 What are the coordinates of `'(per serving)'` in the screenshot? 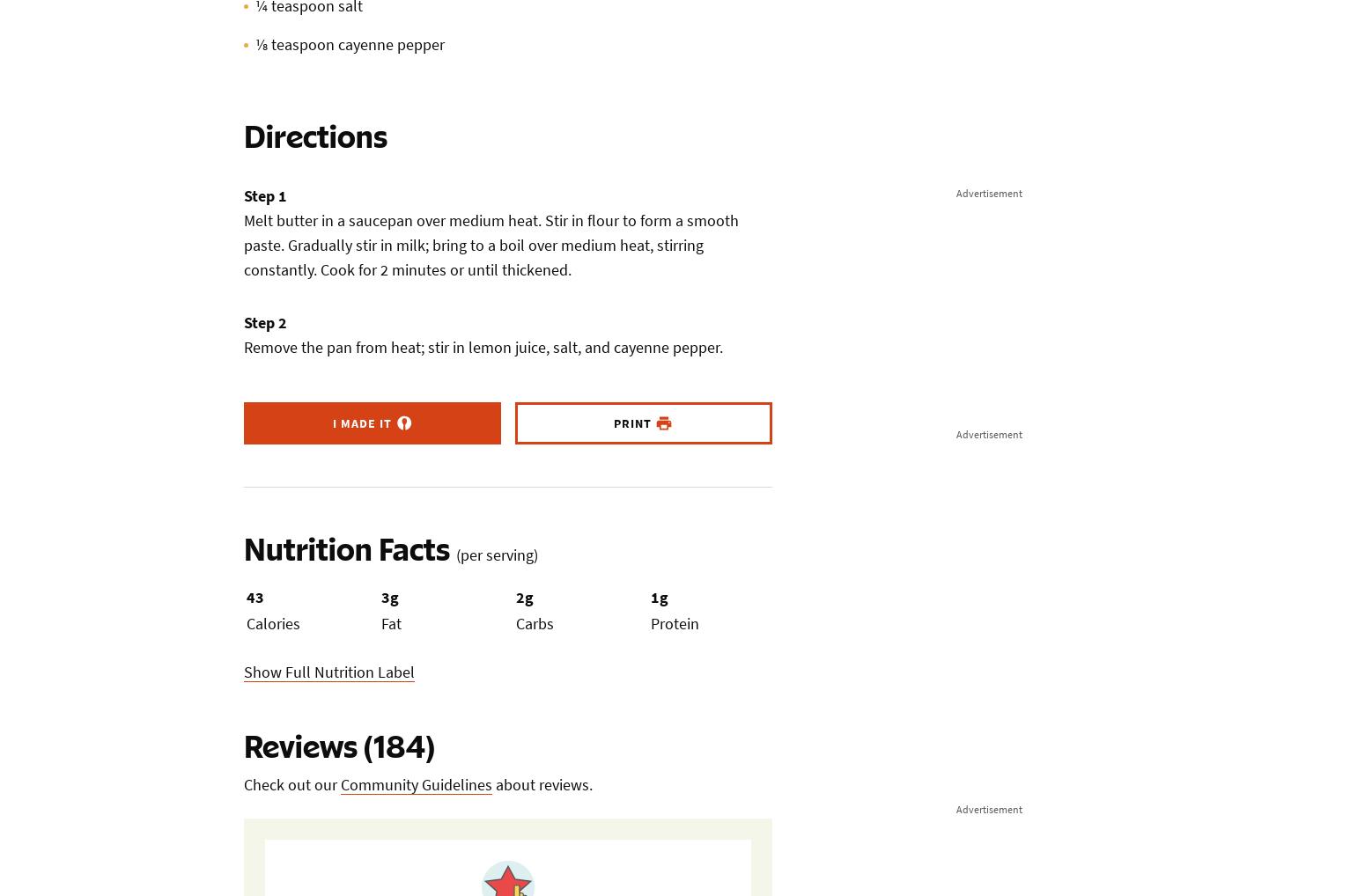 It's located at (497, 554).